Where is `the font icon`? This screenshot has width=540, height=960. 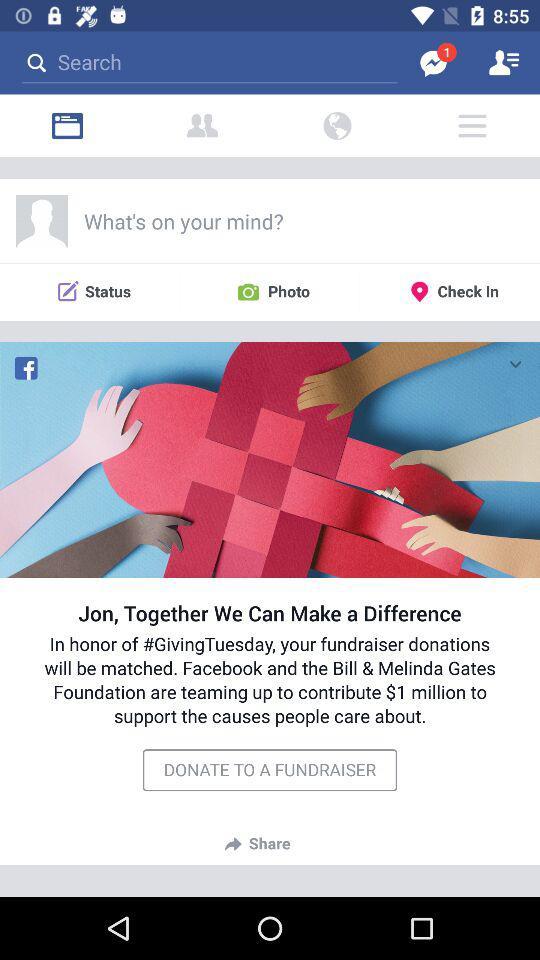 the font icon is located at coordinates (202, 125).